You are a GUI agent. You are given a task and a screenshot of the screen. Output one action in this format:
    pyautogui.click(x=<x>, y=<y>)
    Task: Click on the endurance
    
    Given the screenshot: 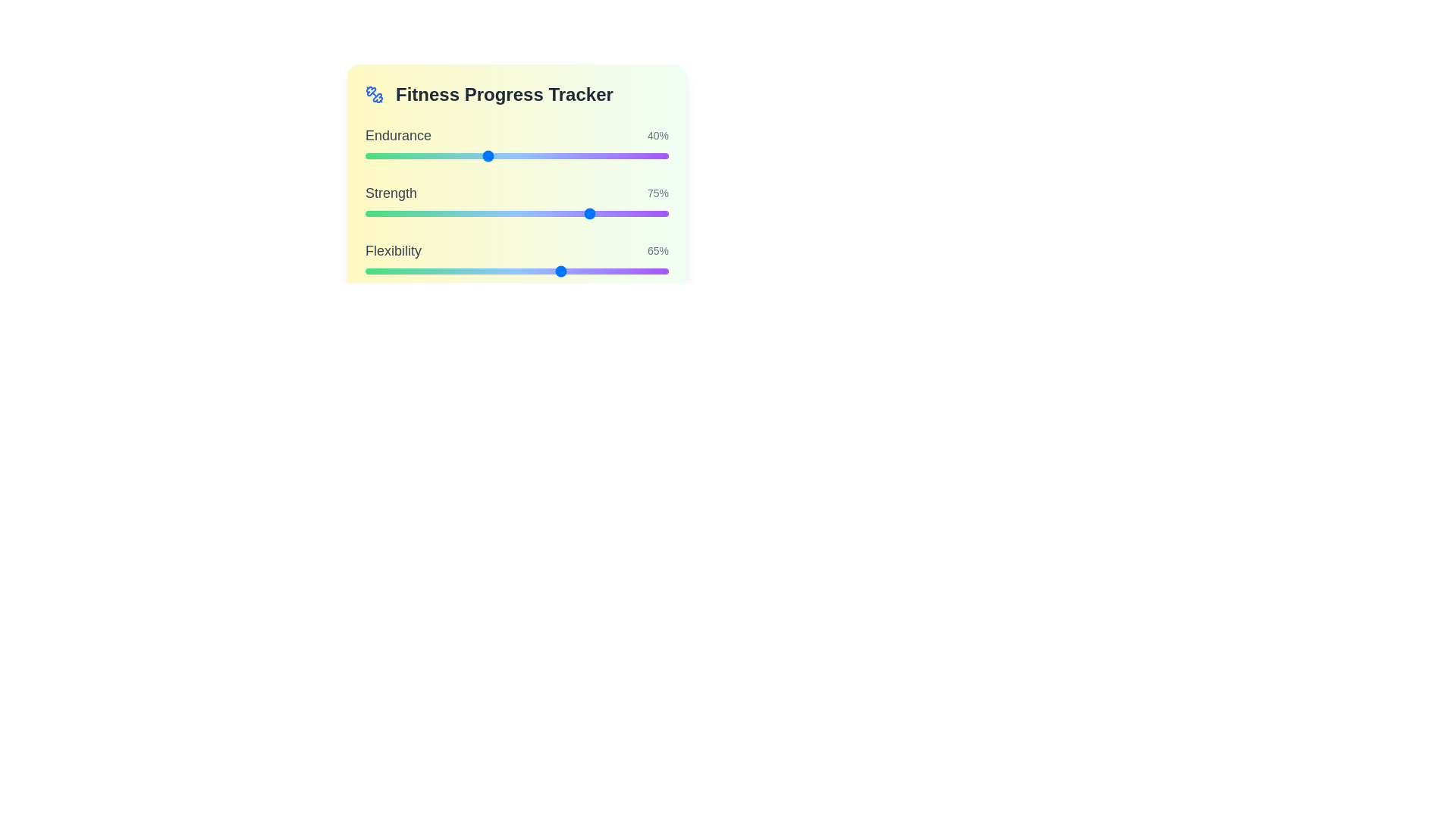 What is the action you would take?
    pyautogui.click(x=598, y=155)
    